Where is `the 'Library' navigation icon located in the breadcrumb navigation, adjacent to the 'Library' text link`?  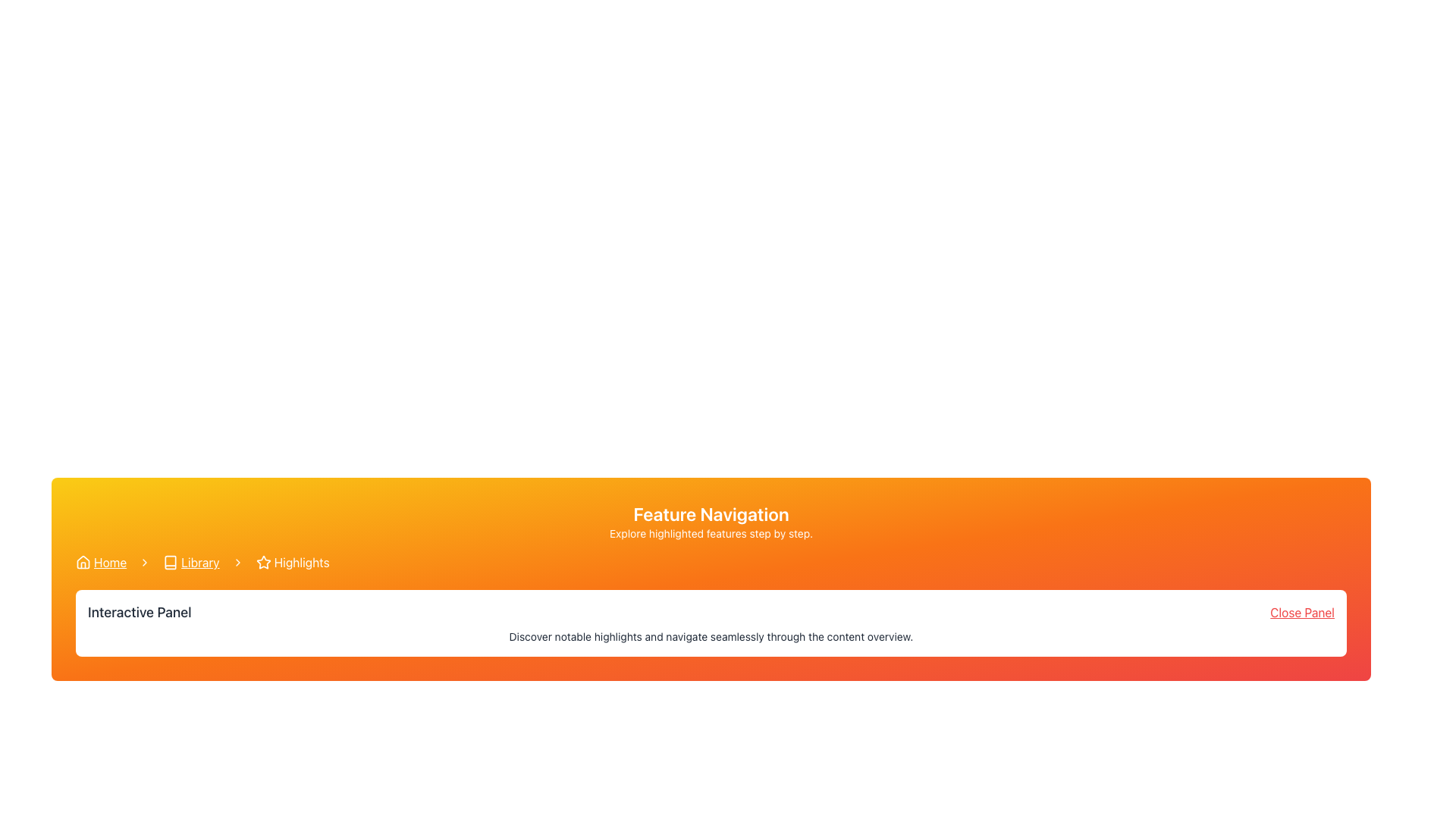 the 'Library' navigation icon located in the breadcrumb navigation, adjacent to the 'Library' text link is located at coordinates (171, 562).